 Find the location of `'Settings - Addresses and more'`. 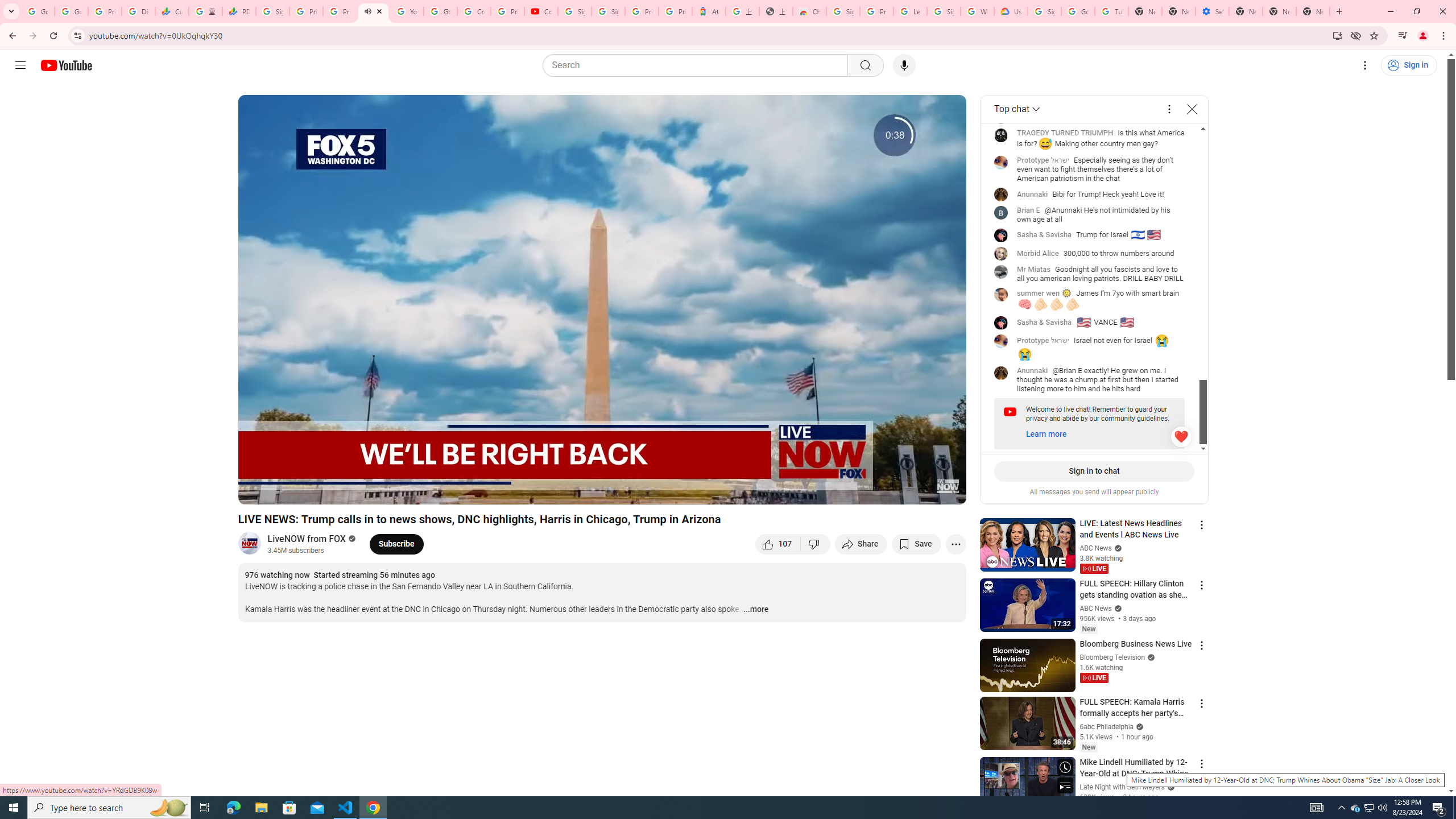

'Settings - Addresses and more' is located at coordinates (1212, 11).